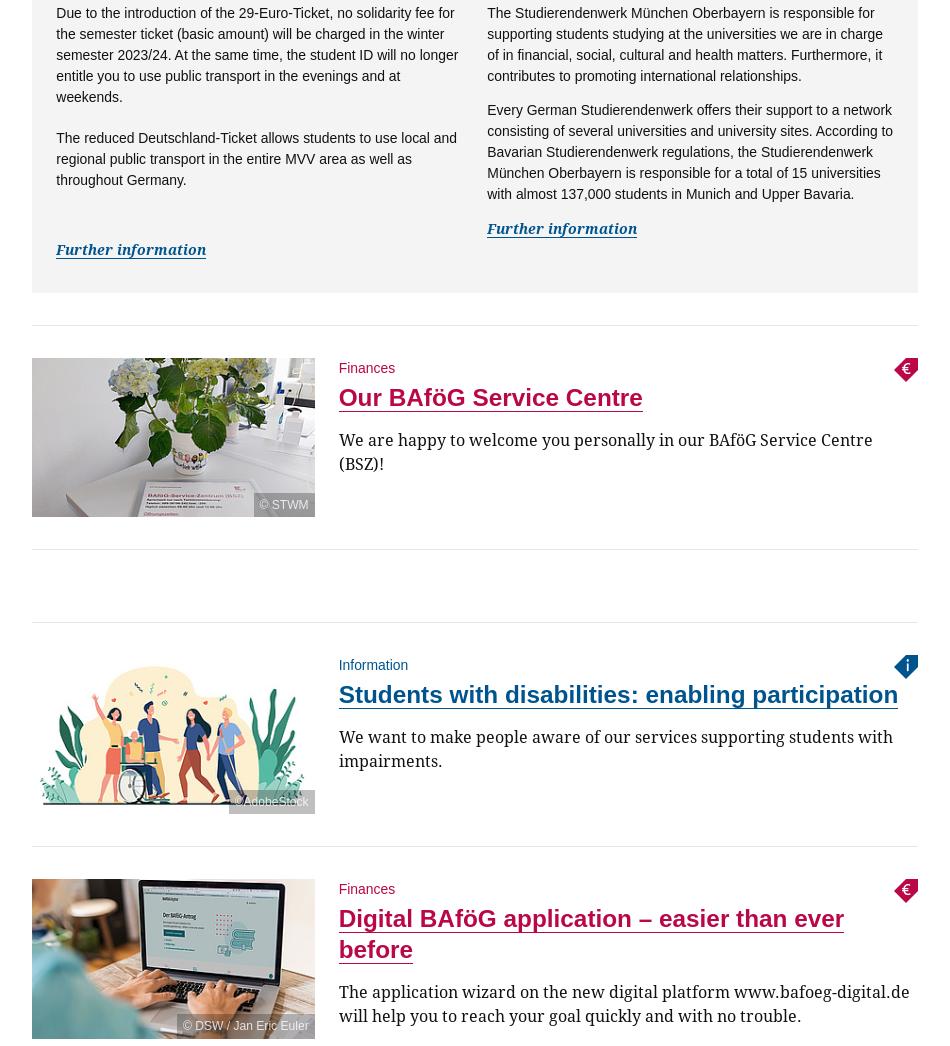  What do you see at coordinates (590, 933) in the screenshot?
I see `'Digital BAföG application – easier than ever before'` at bounding box center [590, 933].